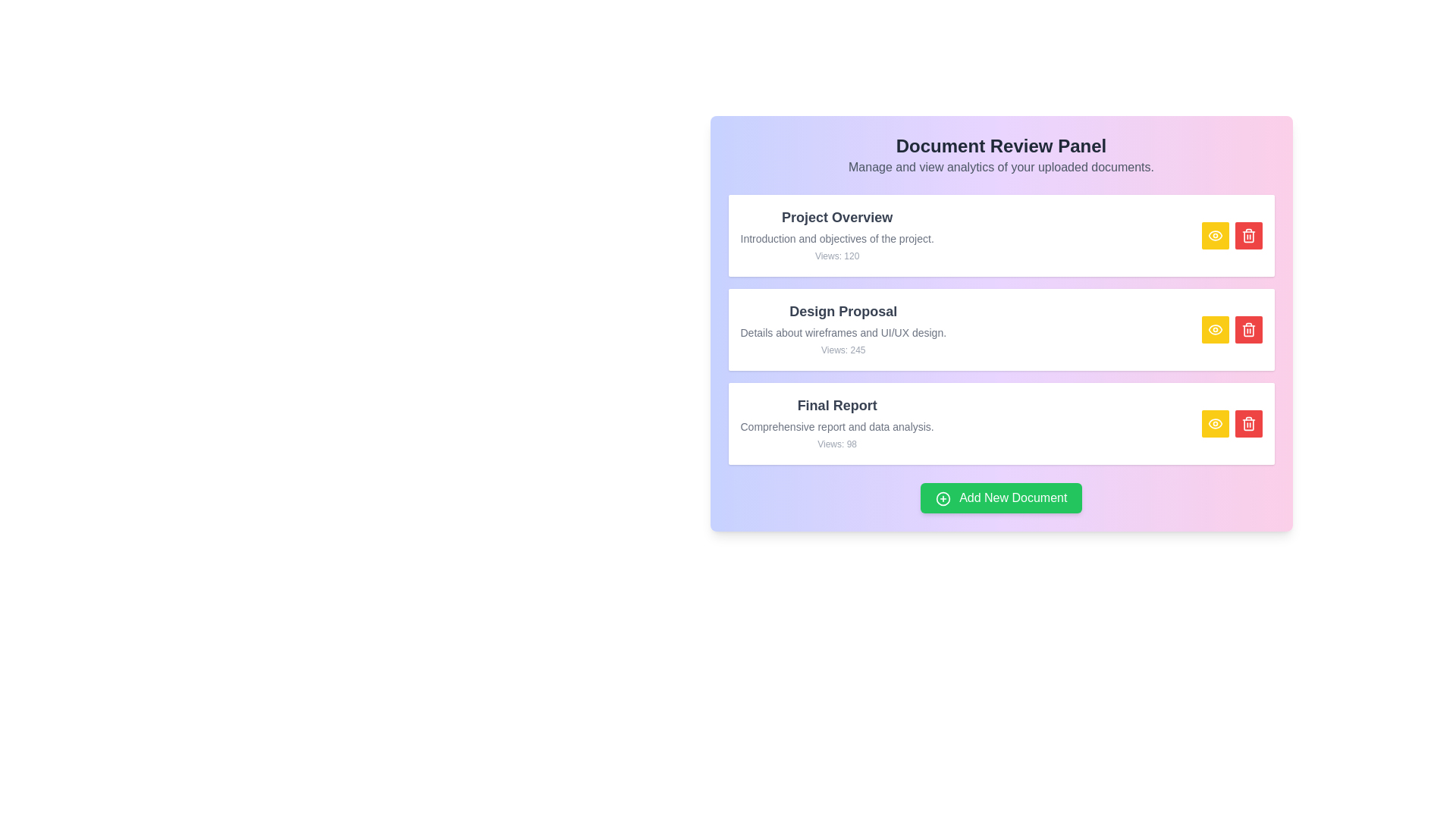 This screenshot has width=1456, height=819. I want to click on the delete button for the document titled Design Proposal, so click(1248, 329).